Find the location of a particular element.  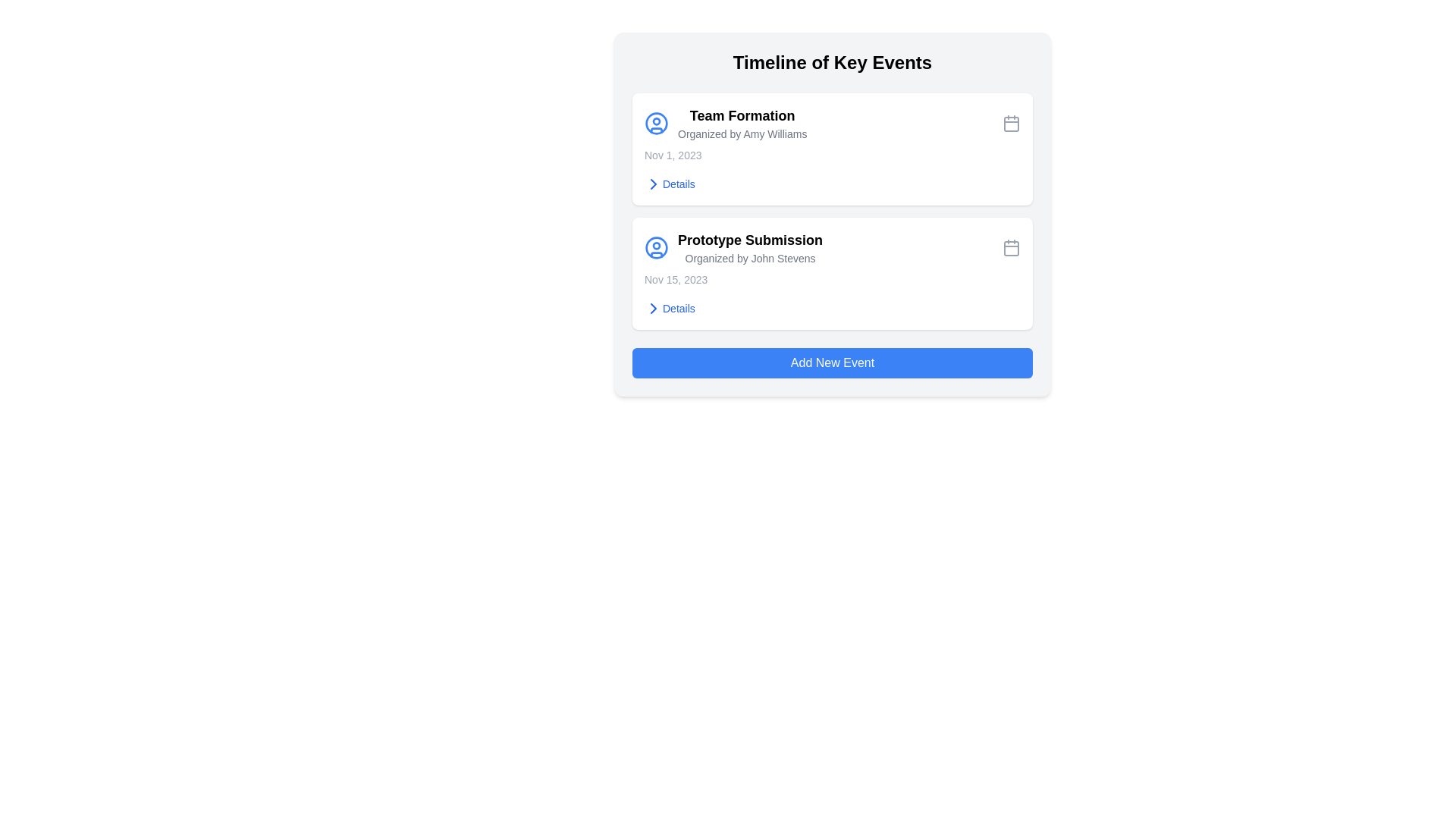

the text label displaying the date 'Nov 1, 2023', which is styled in light gray and positioned below 'Organized by Amy Williams' in the event timeline is located at coordinates (672, 155).